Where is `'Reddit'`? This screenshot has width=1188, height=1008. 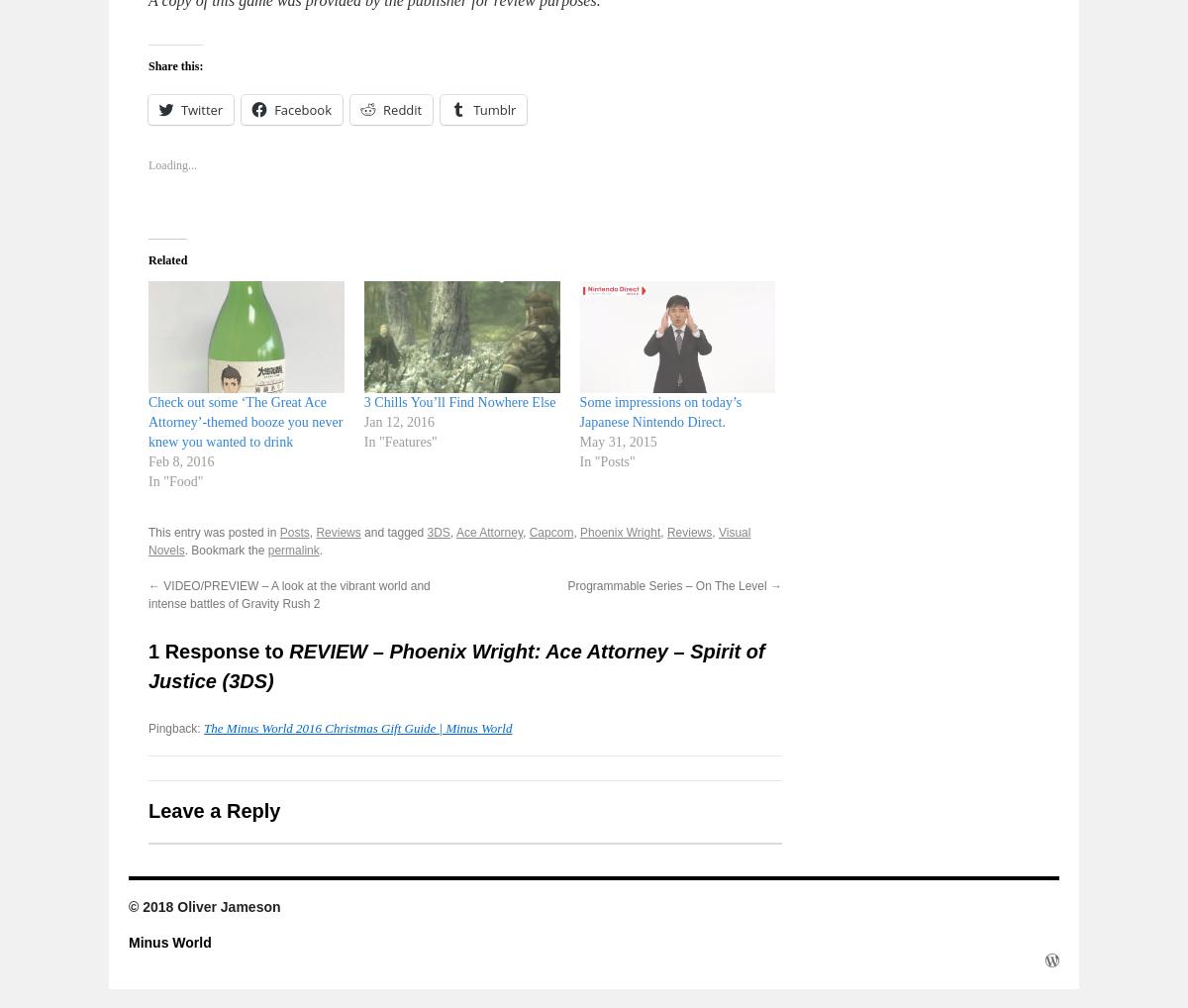 'Reddit' is located at coordinates (402, 108).